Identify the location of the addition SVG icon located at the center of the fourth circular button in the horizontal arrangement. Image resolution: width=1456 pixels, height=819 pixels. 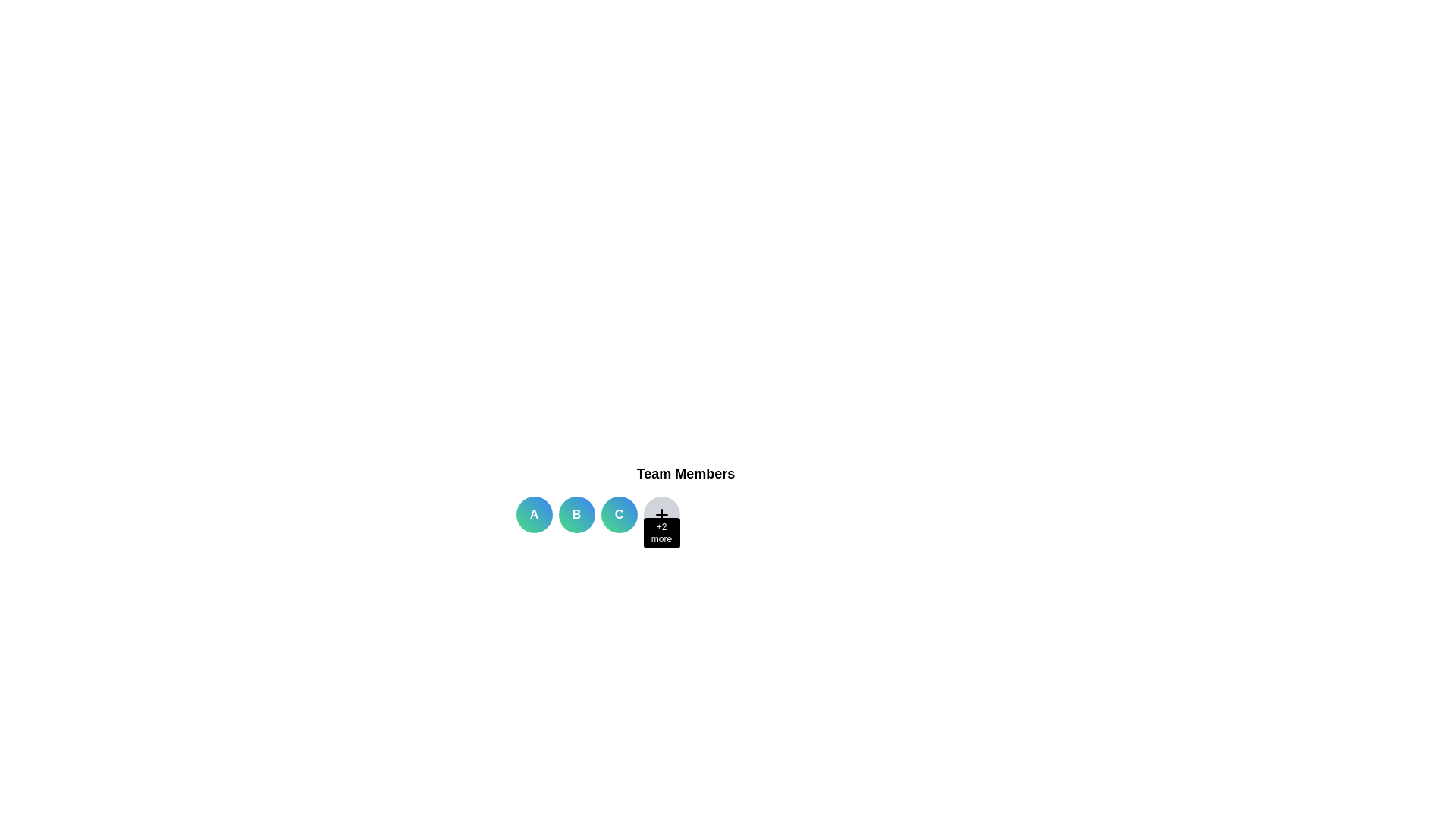
(661, 513).